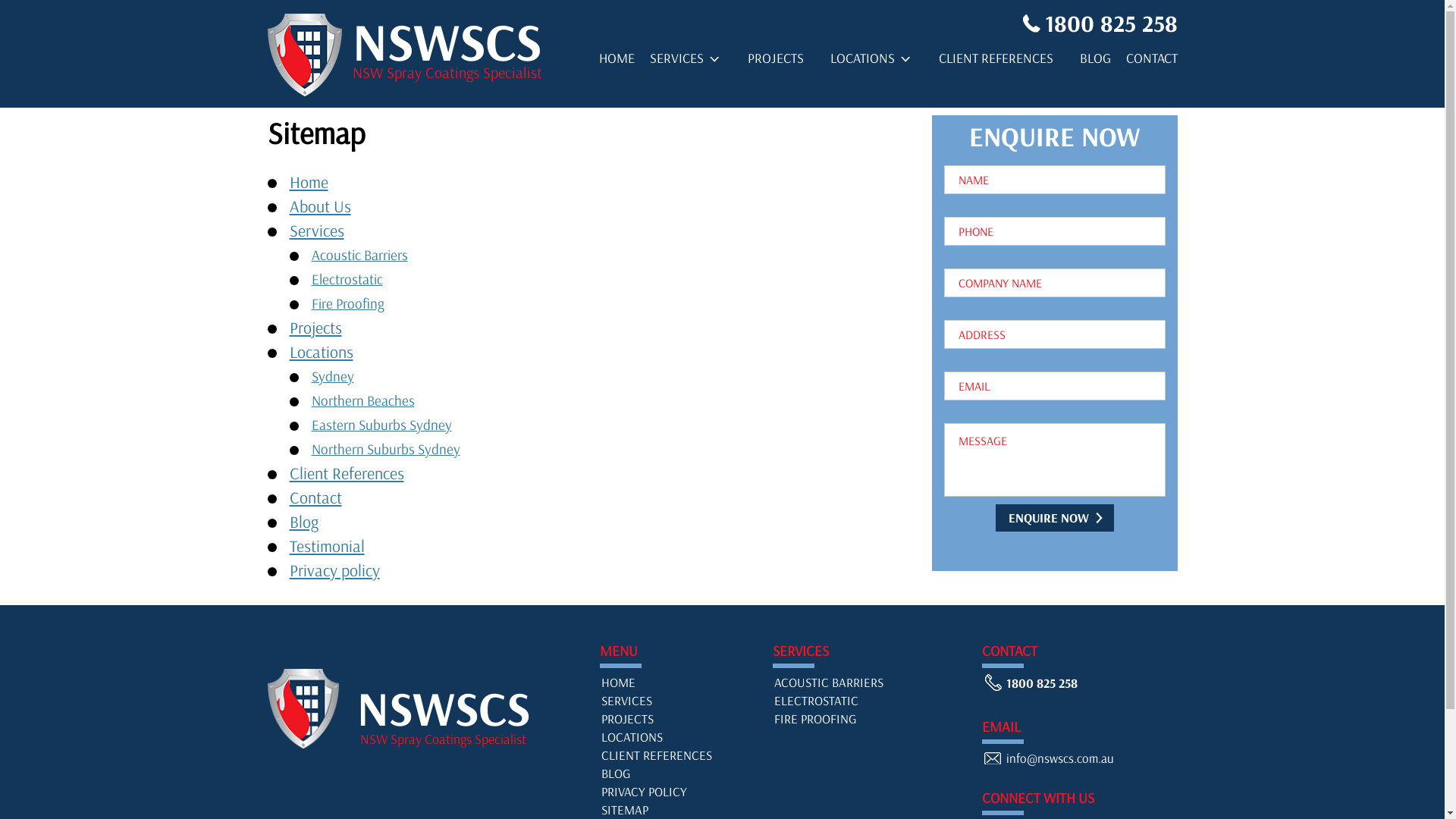 This screenshot has width=1456, height=819. I want to click on 'HOME', so click(617, 59).